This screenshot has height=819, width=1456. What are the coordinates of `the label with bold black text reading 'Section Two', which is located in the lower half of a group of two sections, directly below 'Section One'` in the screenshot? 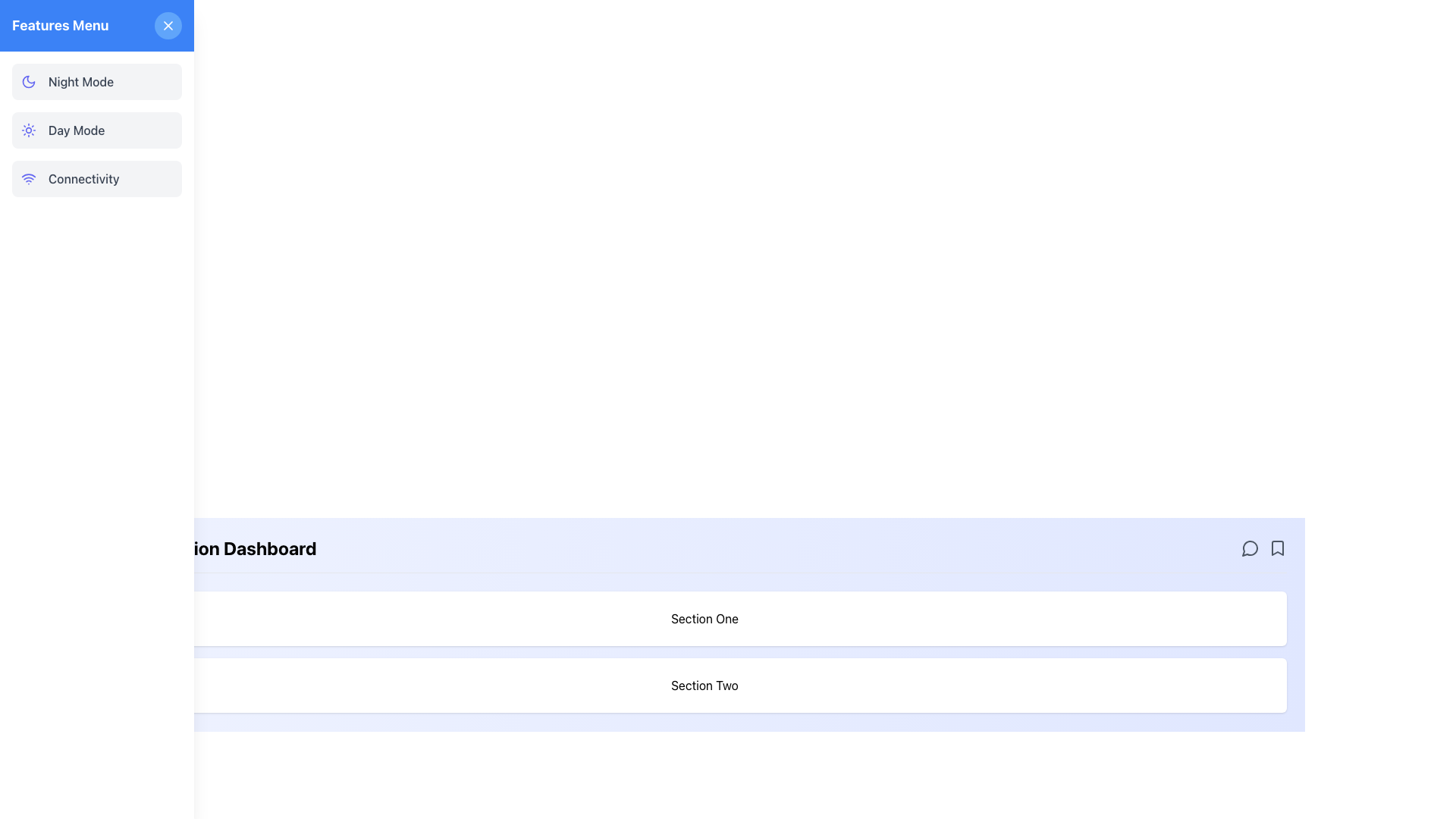 It's located at (704, 685).